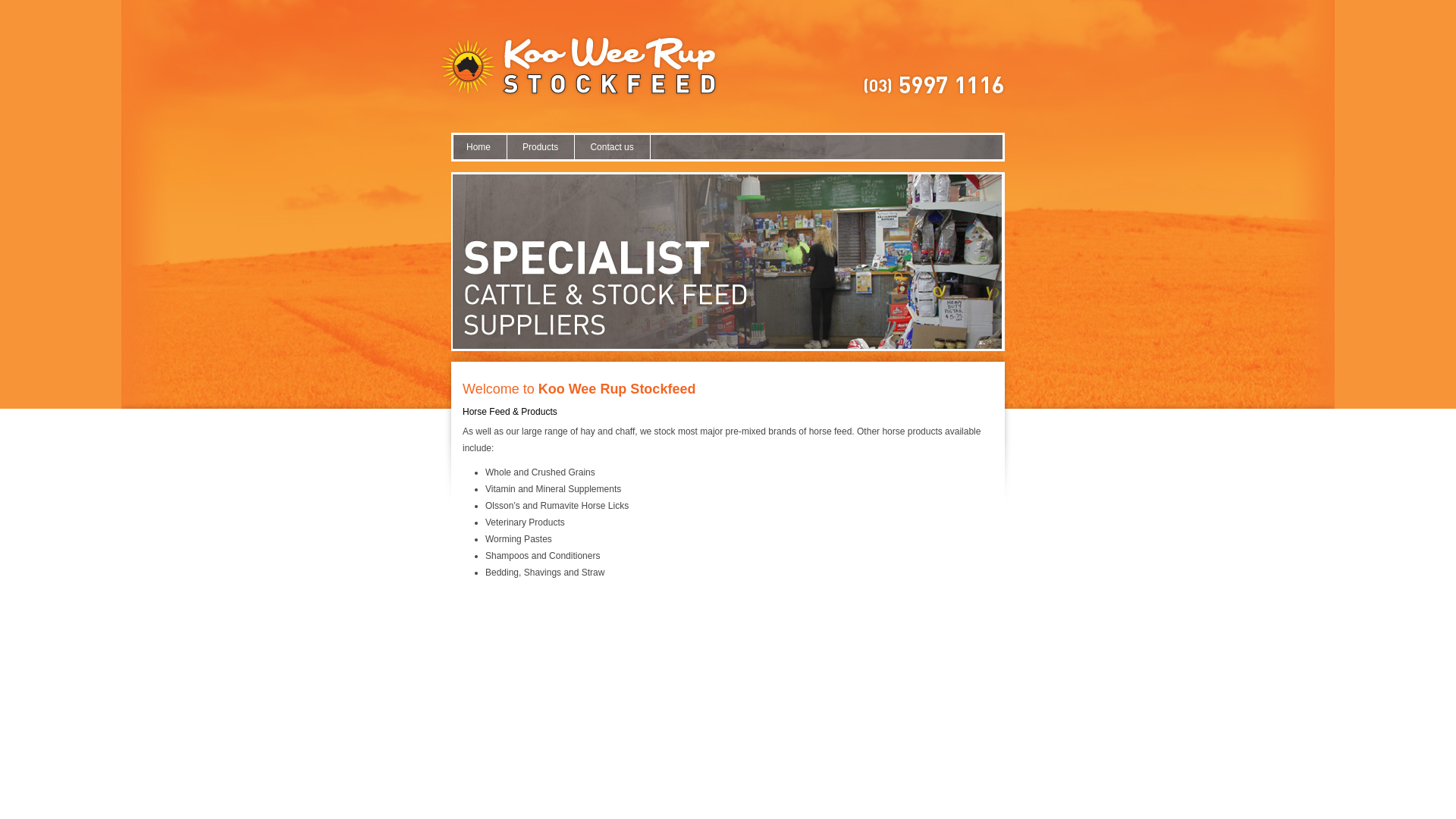 This screenshot has width=1456, height=819. What do you see at coordinates (611, 146) in the screenshot?
I see `'Contact us'` at bounding box center [611, 146].